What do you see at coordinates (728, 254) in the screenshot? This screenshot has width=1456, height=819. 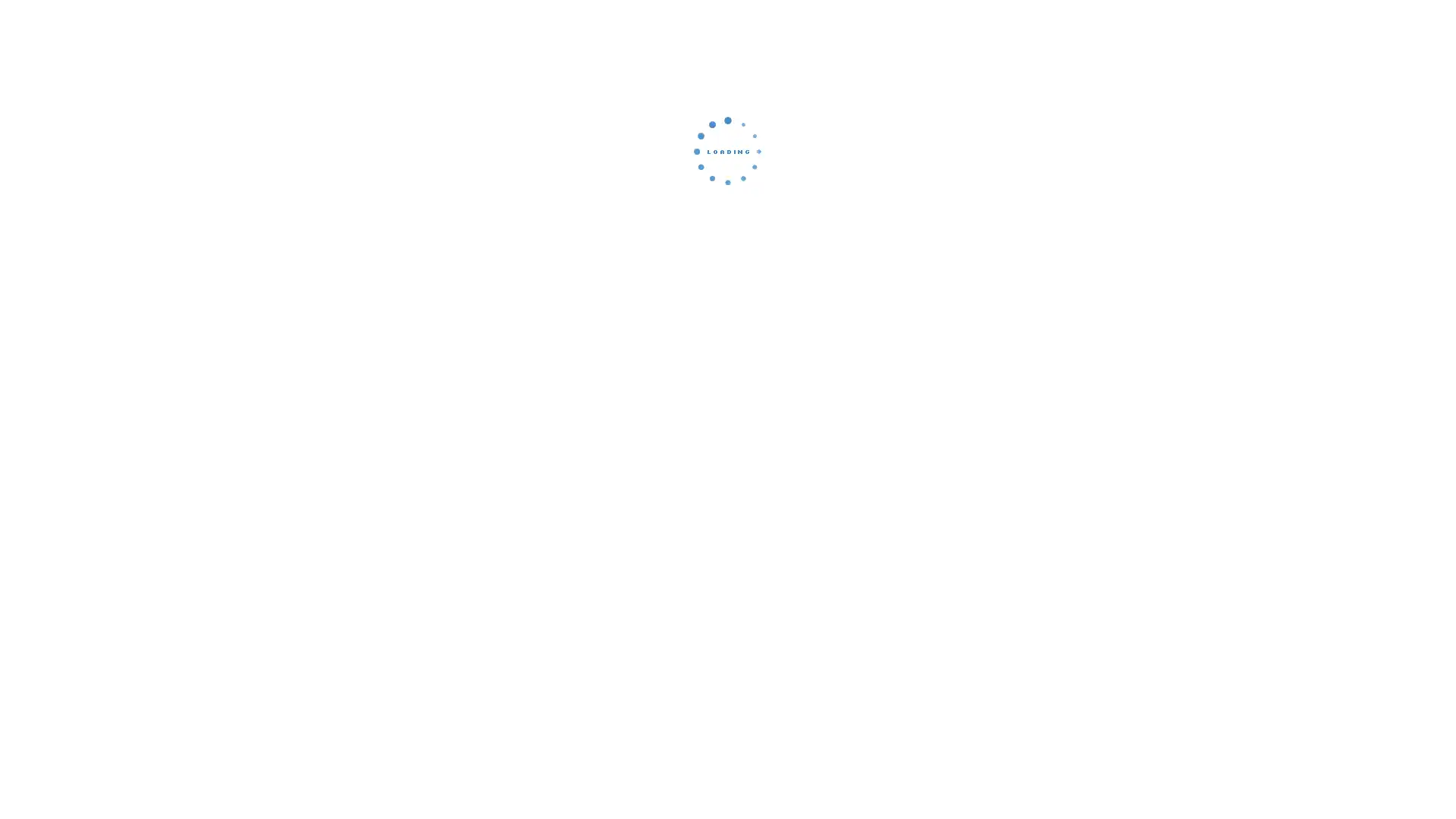 I see `Continue` at bounding box center [728, 254].